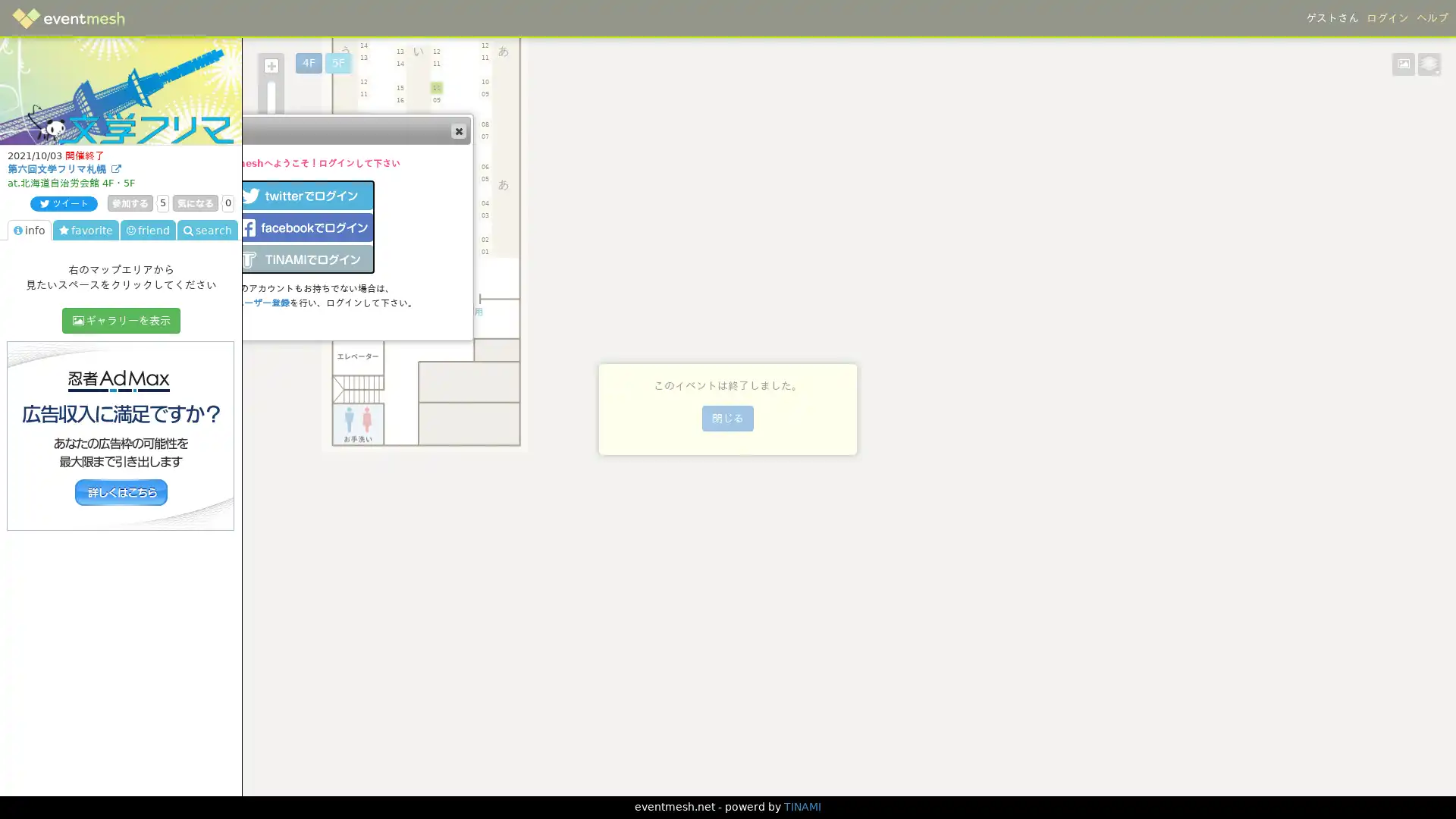 This screenshot has height=819, width=1456. What do you see at coordinates (308, 62) in the screenshot?
I see `4F` at bounding box center [308, 62].